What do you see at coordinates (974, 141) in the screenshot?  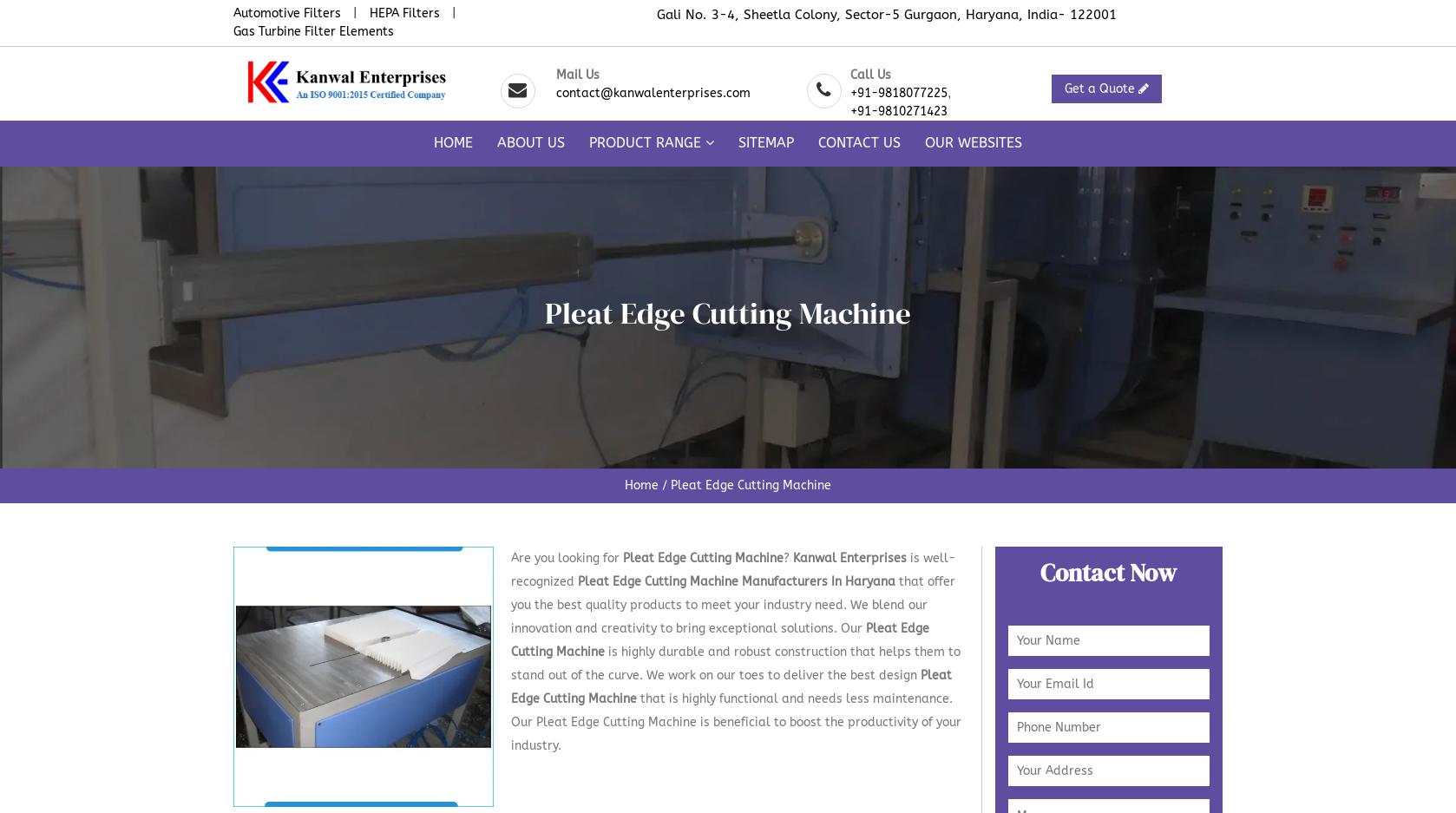 I see `'Our Websites'` at bounding box center [974, 141].